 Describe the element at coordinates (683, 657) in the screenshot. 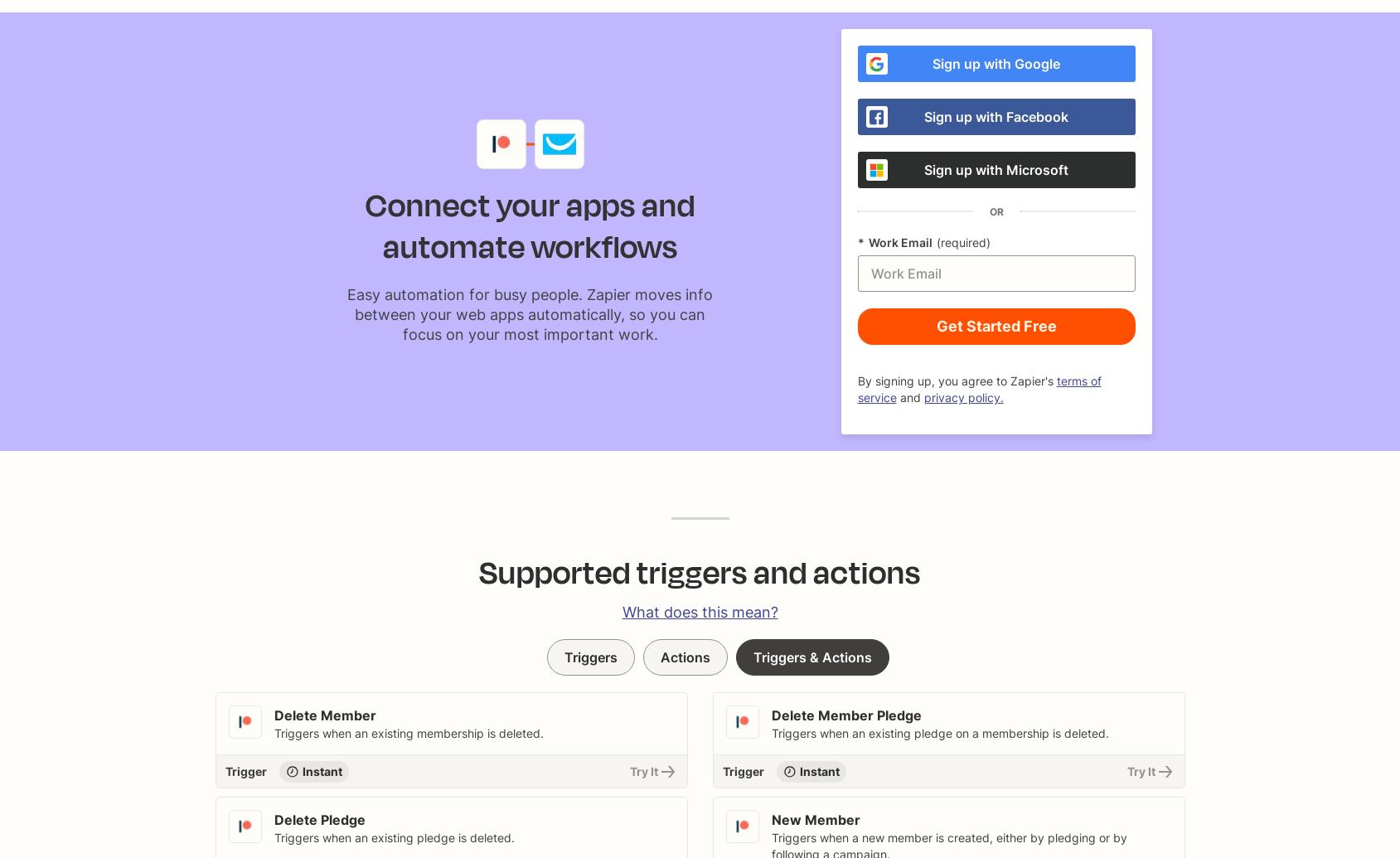

I see `'Actions'` at that location.